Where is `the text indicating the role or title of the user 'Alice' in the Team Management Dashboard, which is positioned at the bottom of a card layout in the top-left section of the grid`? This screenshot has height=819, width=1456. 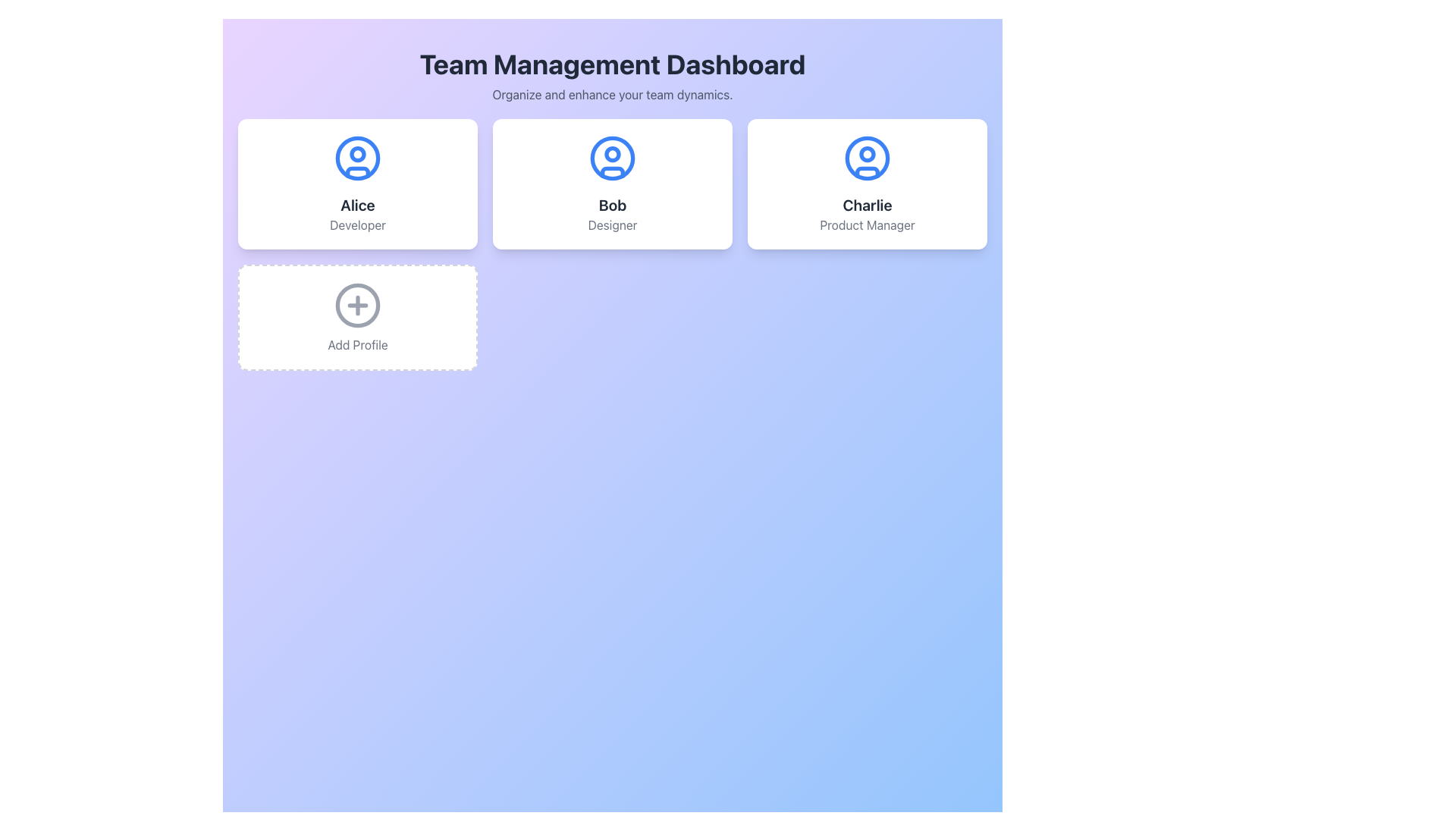
the text indicating the role or title of the user 'Alice' in the Team Management Dashboard, which is positioned at the bottom of a card layout in the top-left section of the grid is located at coordinates (356, 225).